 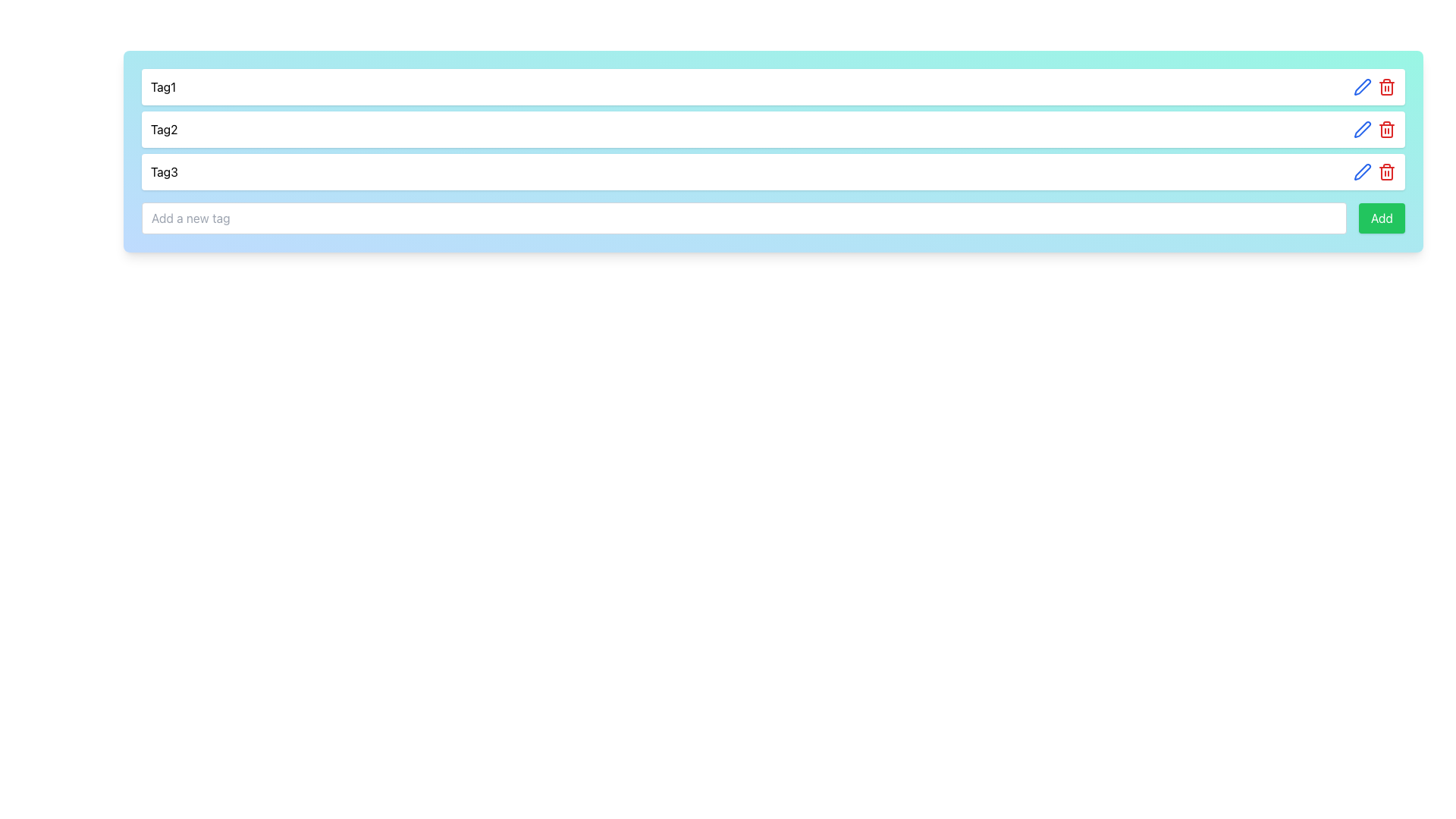 What do you see at coordinates (164, 171) in the screenshot?
I see `the text label displaying 'Tag3' which is styled in black font and is the third item in a vertical list of text labels` at bounding box center [164, 171].